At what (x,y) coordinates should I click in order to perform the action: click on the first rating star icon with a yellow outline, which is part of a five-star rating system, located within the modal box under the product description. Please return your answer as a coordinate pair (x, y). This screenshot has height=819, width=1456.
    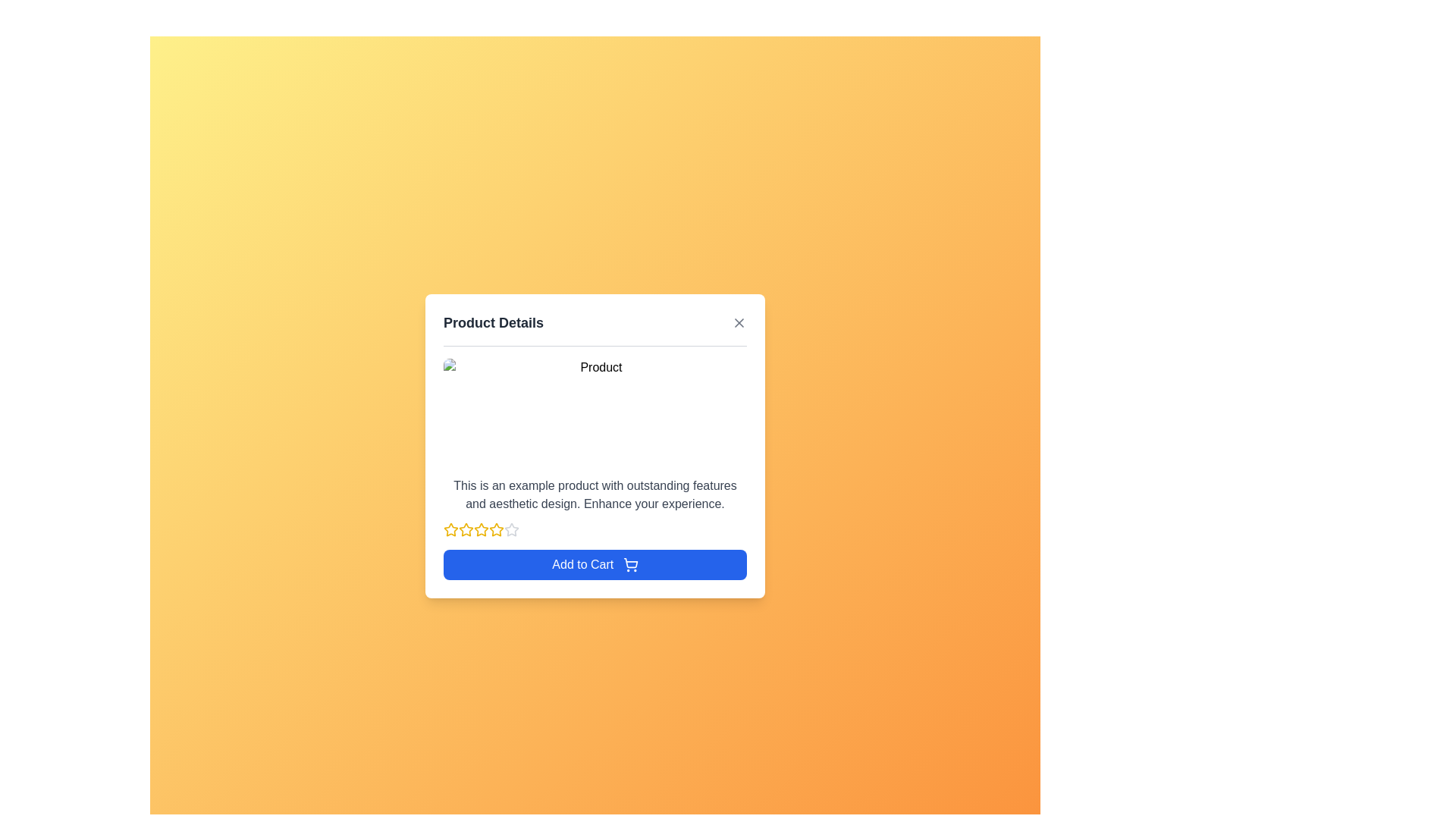
    Looking at the image, I should click on (450, 529).